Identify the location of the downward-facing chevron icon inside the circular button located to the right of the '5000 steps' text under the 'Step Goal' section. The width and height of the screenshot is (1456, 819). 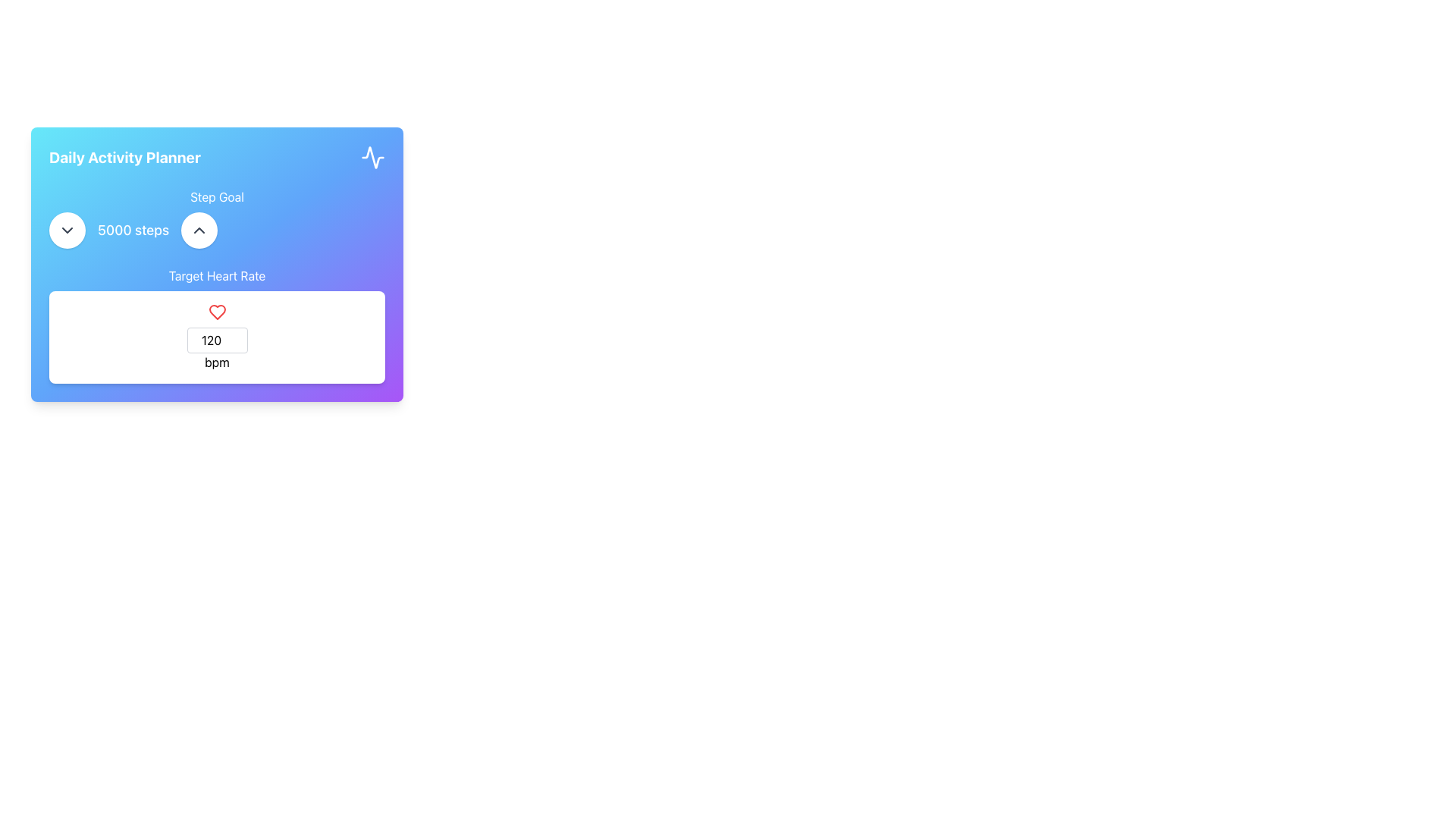
(67, 231).